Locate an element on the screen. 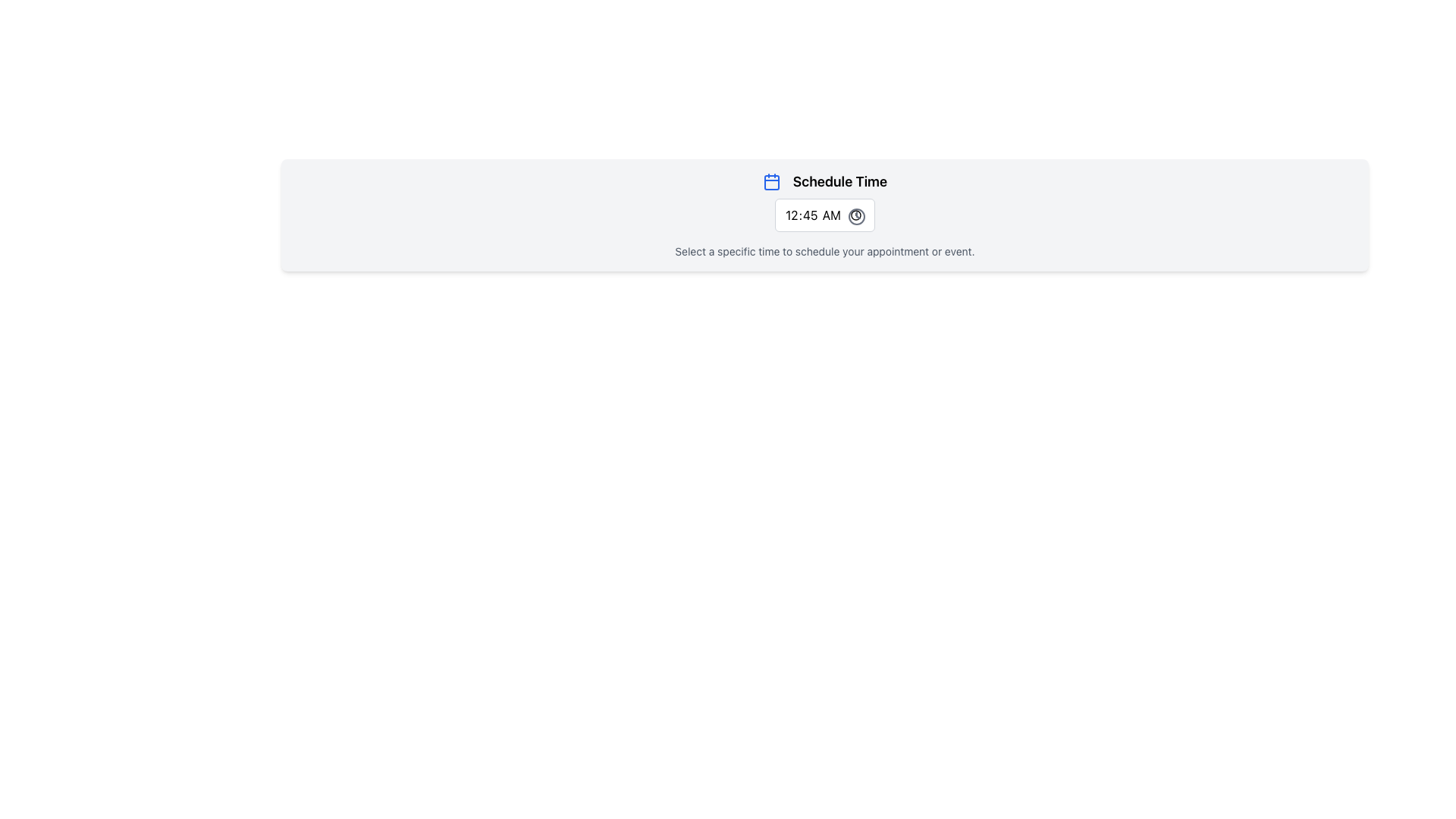  the calendar icon with a blue stroke, which is located immediately to the left of the 'Schedule Time' text is located at coordinates (771, 180).